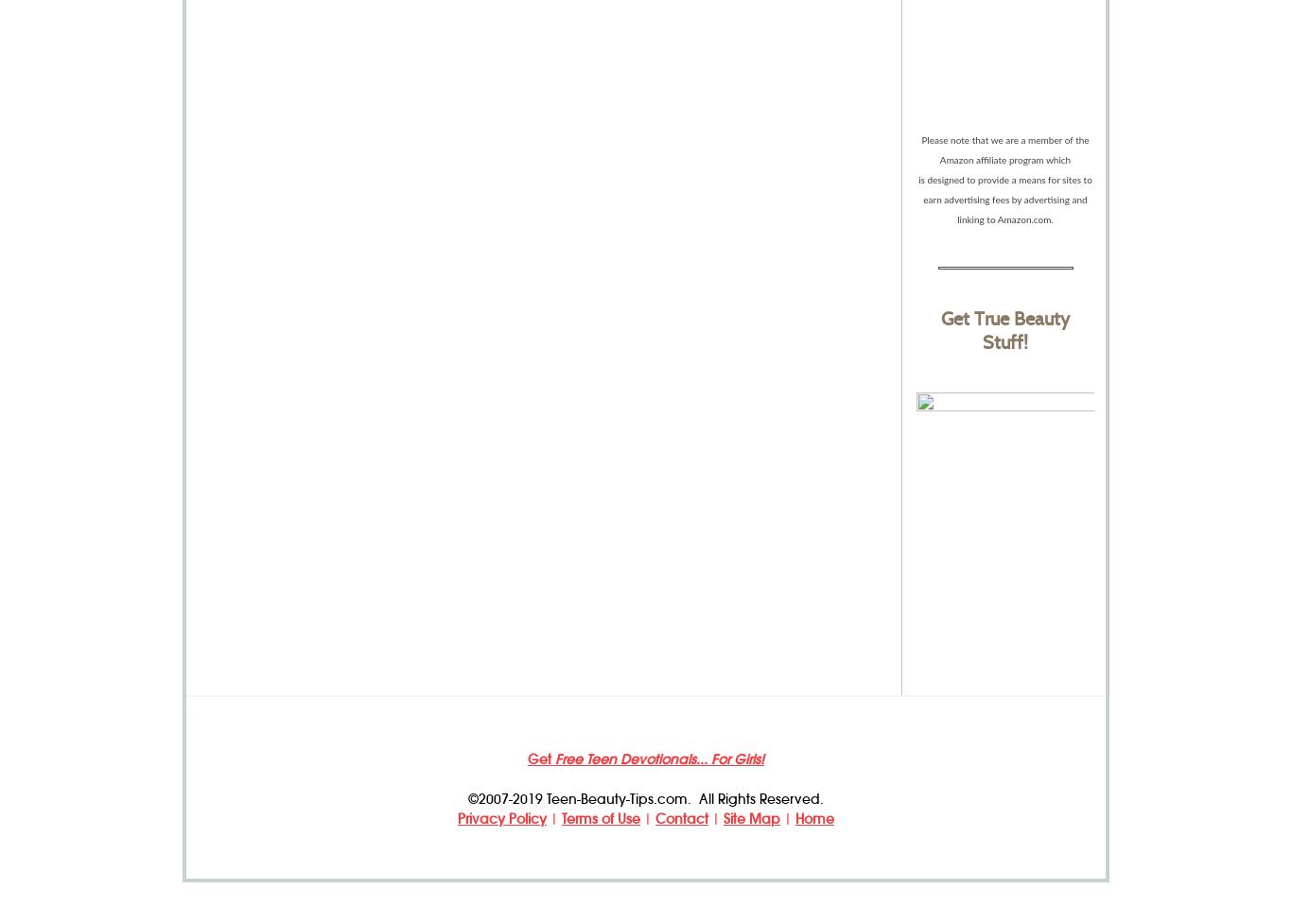 This screenshot has width=1292, height=924. I want to click on 'Site Map', so click(752, 818).